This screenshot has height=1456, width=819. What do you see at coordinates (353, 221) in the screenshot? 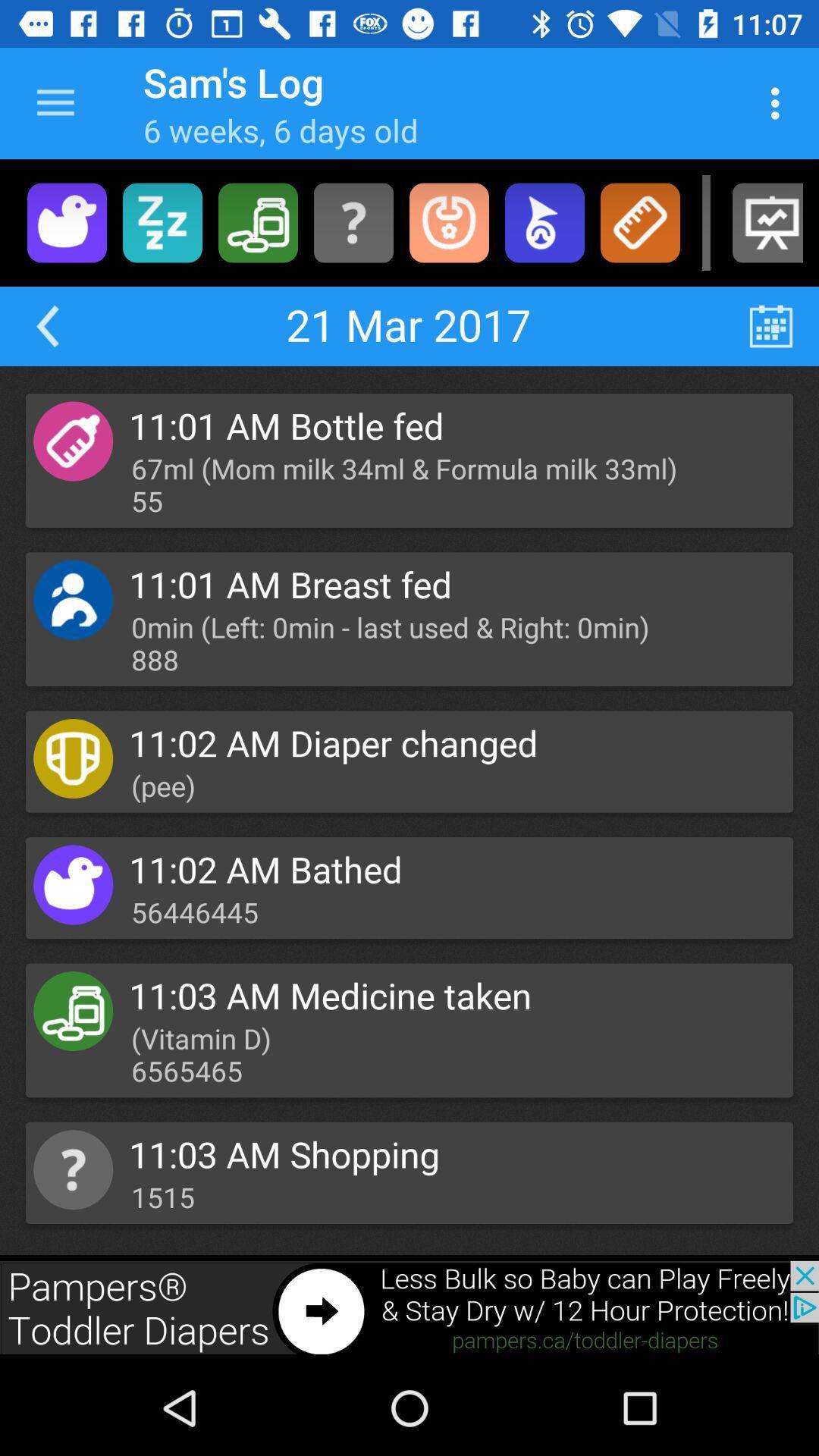
I see `misc options` at bounding box center [353, 221].